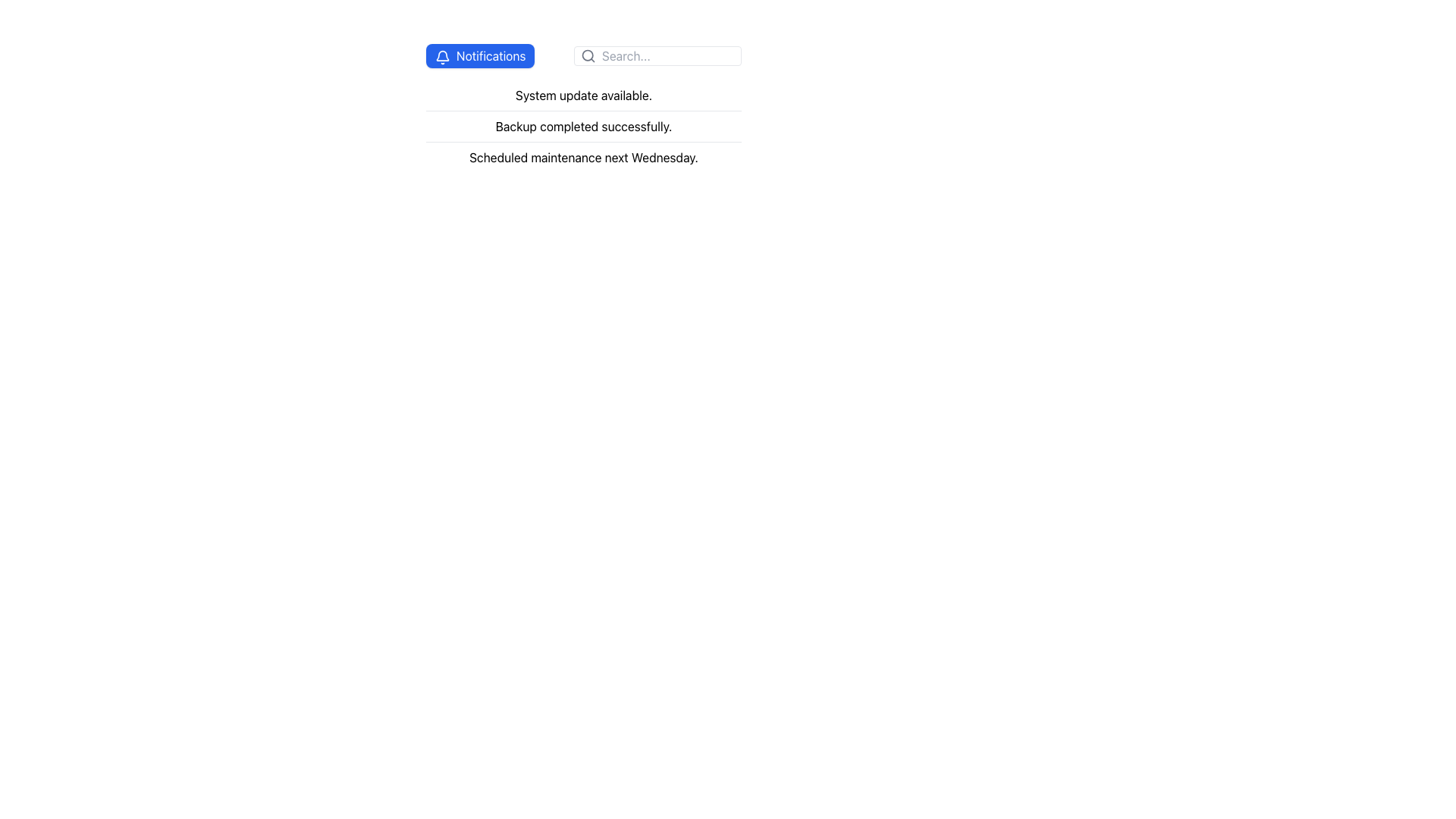 Image resolution: width=1456 pixels, height=819 pixels. I want to click on the Search Box located on the right side of the top horizontal bar, so click(657, 55).